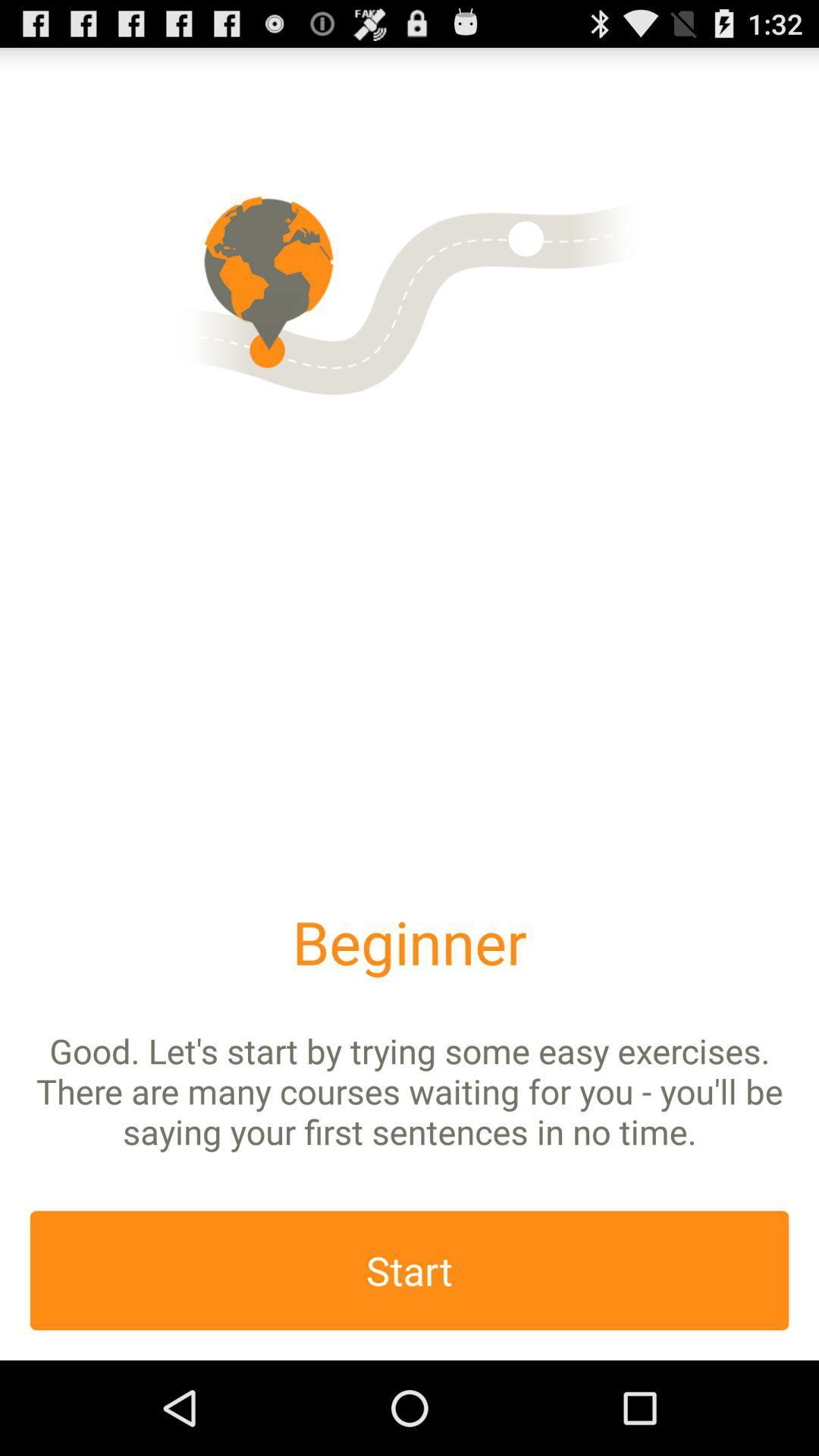 This screenshot has height=1456, width=819. I want to click on the image above beginner, so click(409, 291).